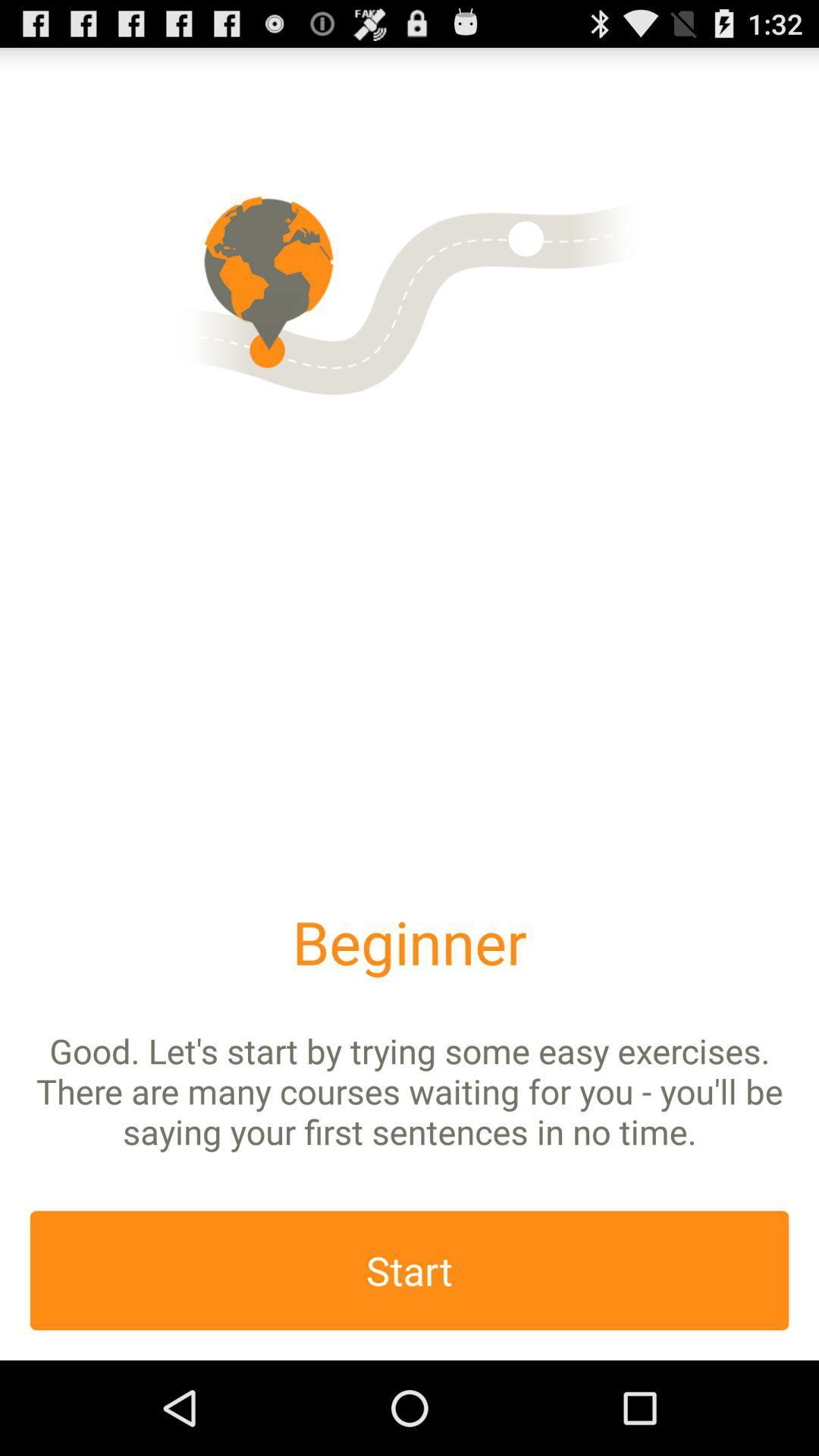 This screenshot has height=1456, width=819. I want to click on the image above beginner, so click(409, 291).